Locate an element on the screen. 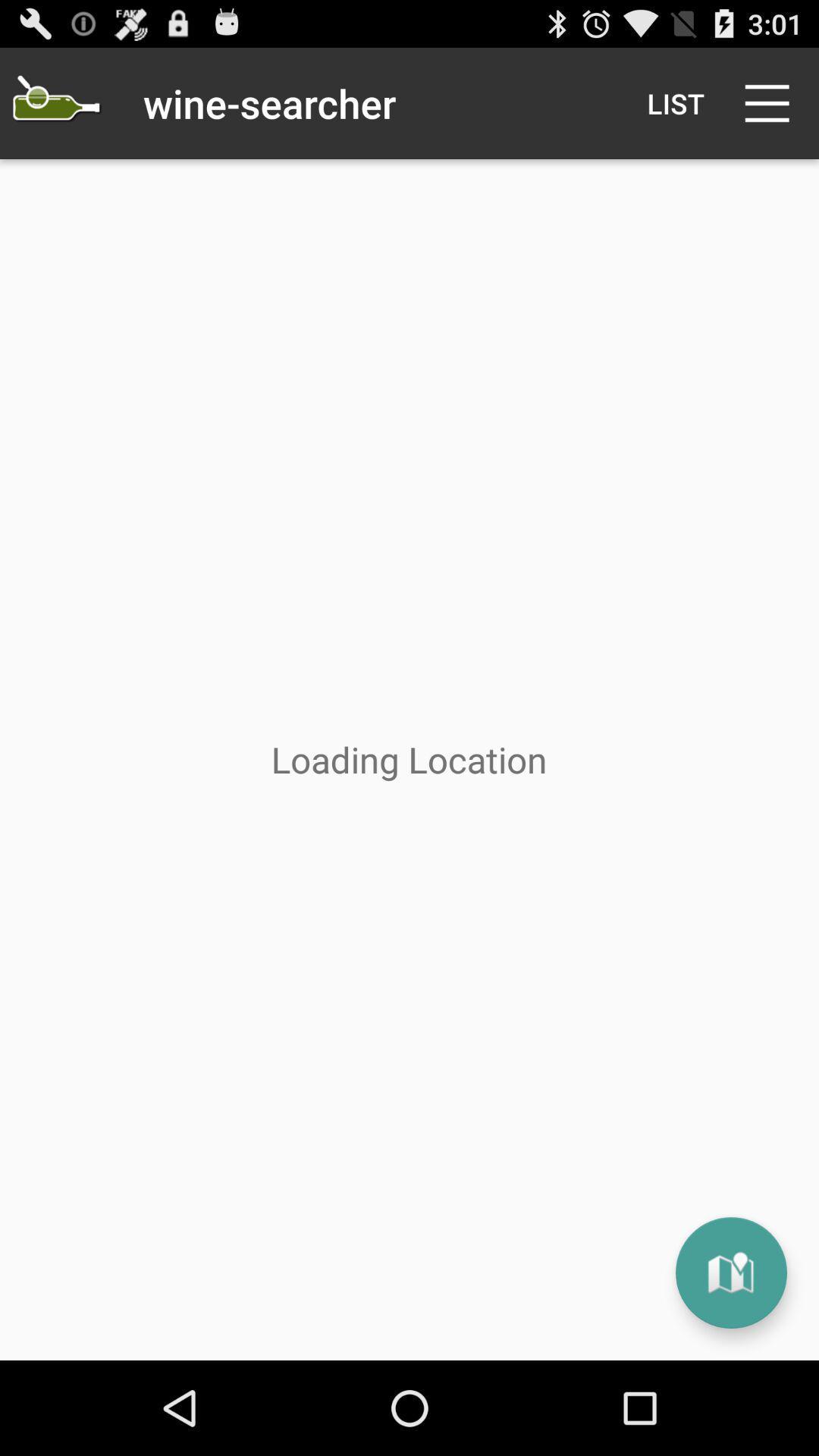  the item next to list is located at coordinates (771, 102).